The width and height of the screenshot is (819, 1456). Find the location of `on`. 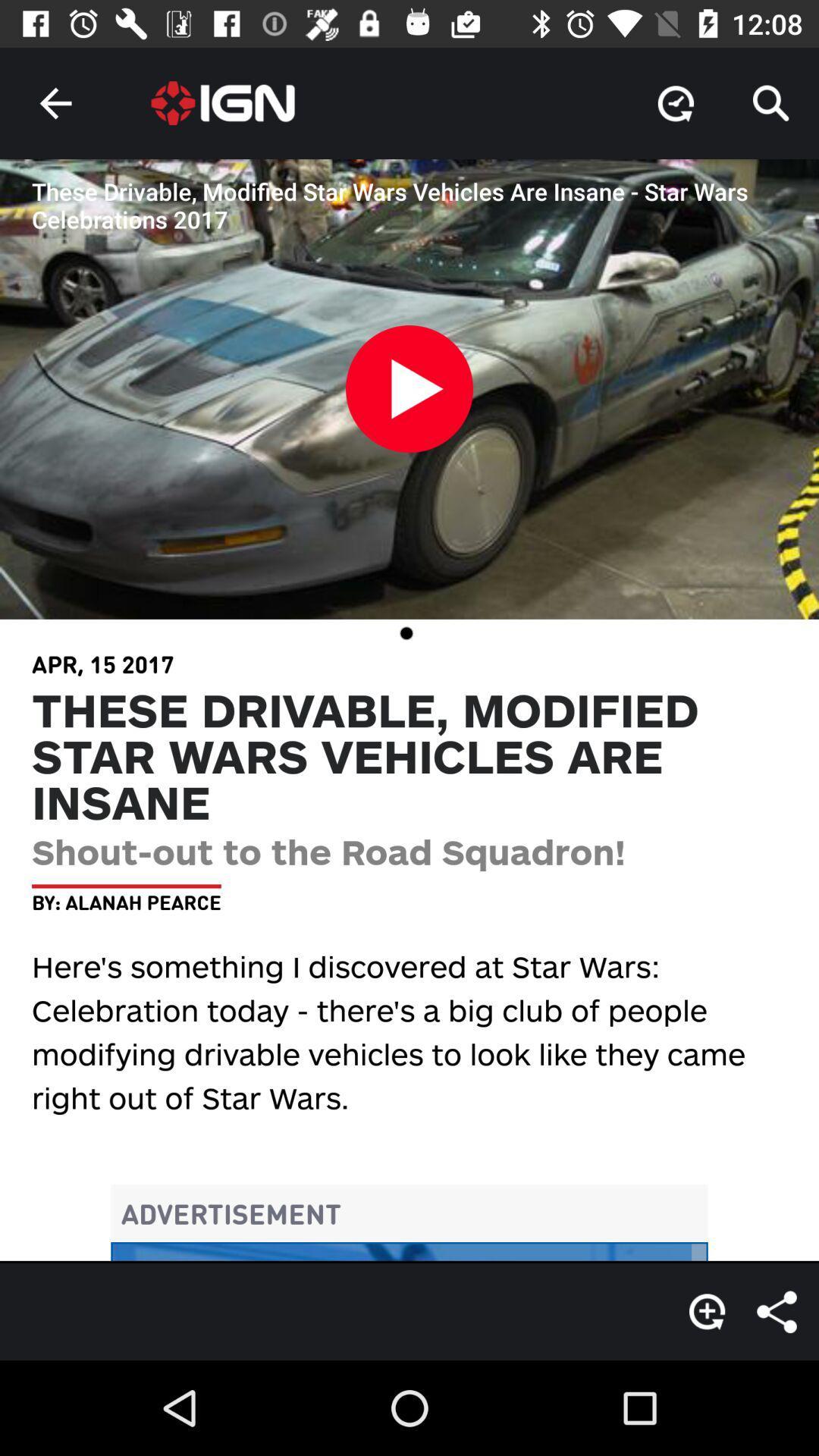

on is located at coordinates (409, 397).